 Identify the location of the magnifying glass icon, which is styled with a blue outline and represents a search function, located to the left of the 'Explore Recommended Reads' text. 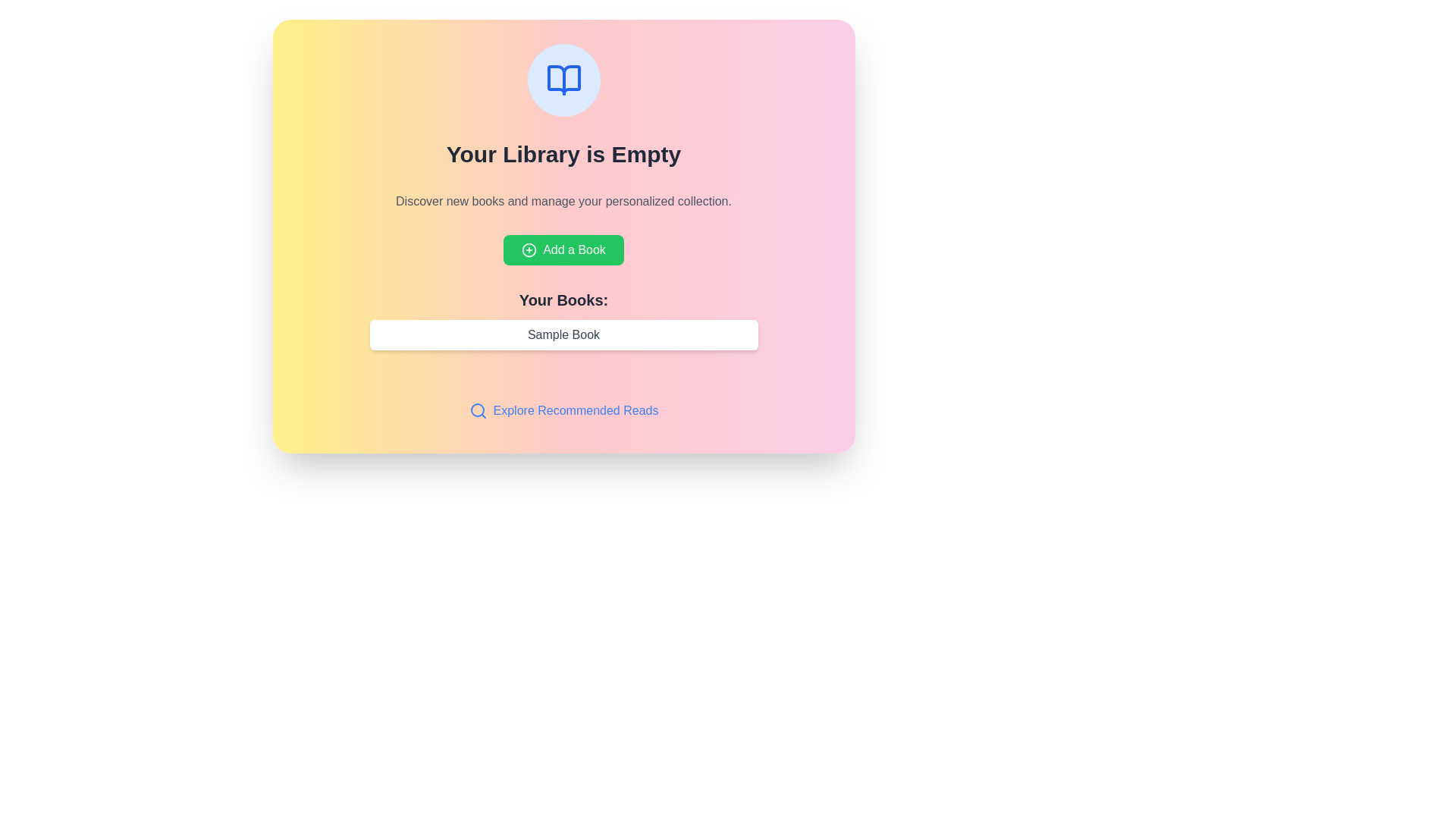
(477, 411).